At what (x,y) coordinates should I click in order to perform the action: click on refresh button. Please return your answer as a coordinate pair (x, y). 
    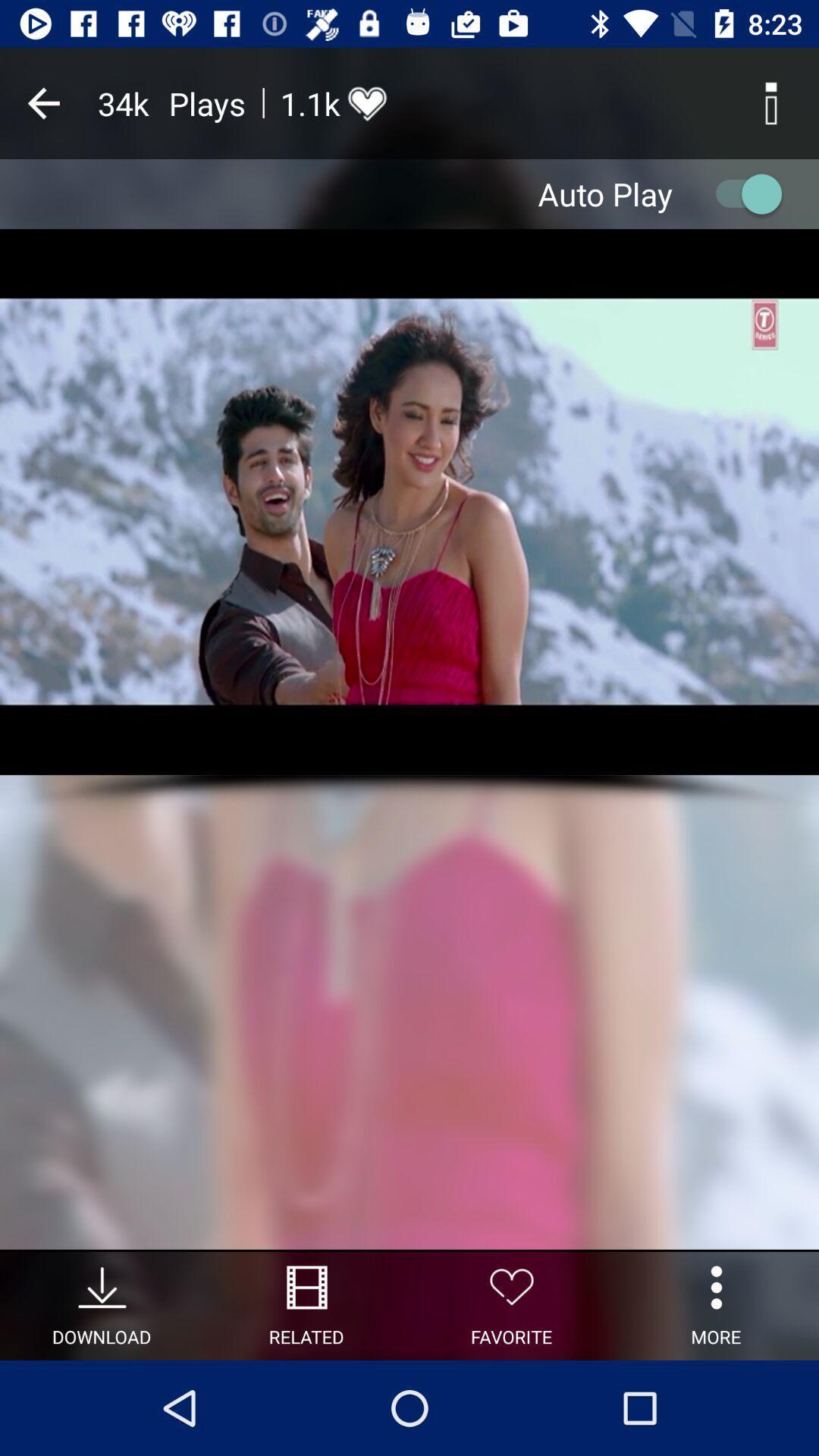
    Looking at the image, I should click on (741, 193).